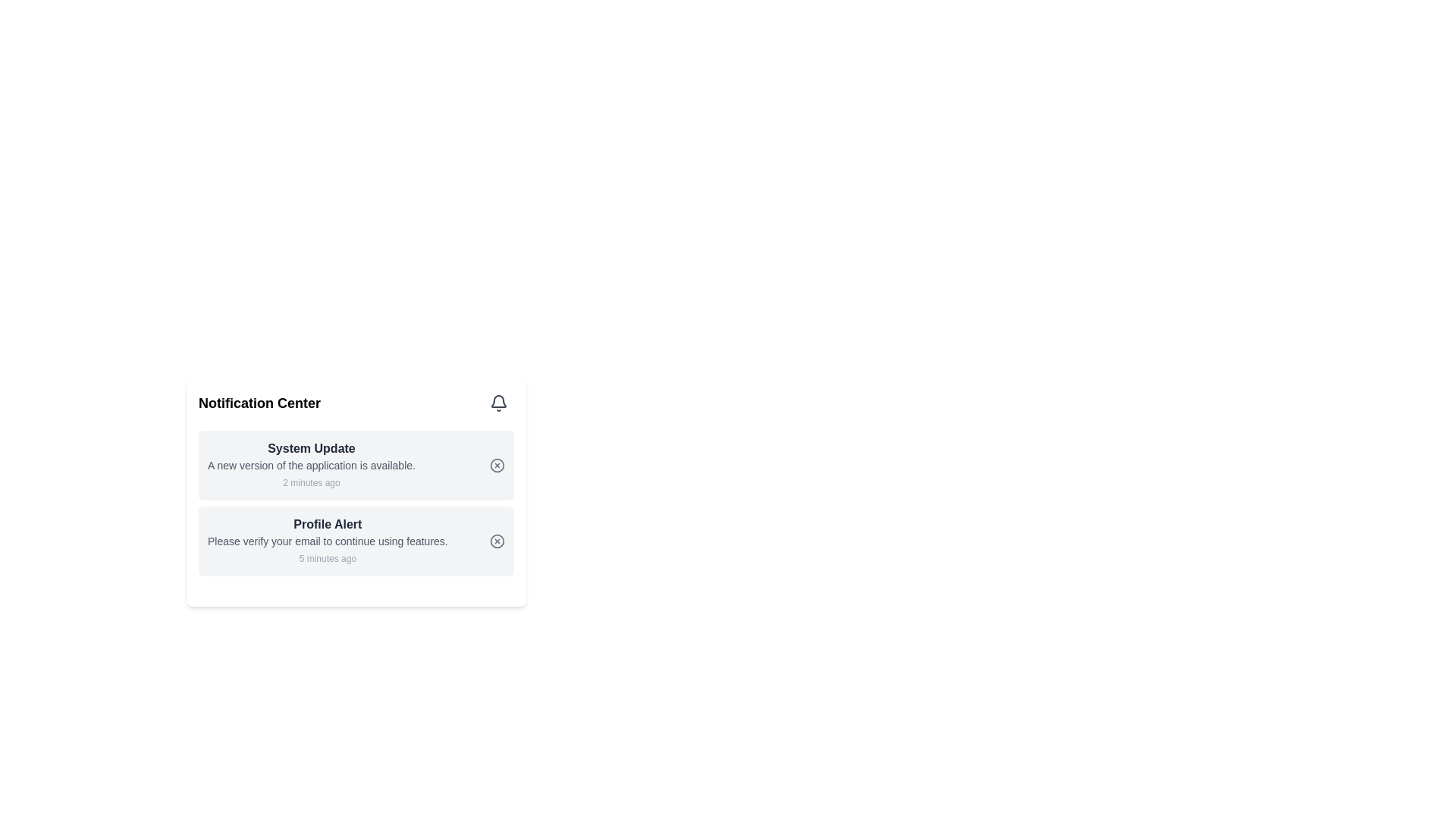 The image size is (1456, 819). I want to click on the bell icon located at the center-top of the 'Notification Center', so click(498, 403).